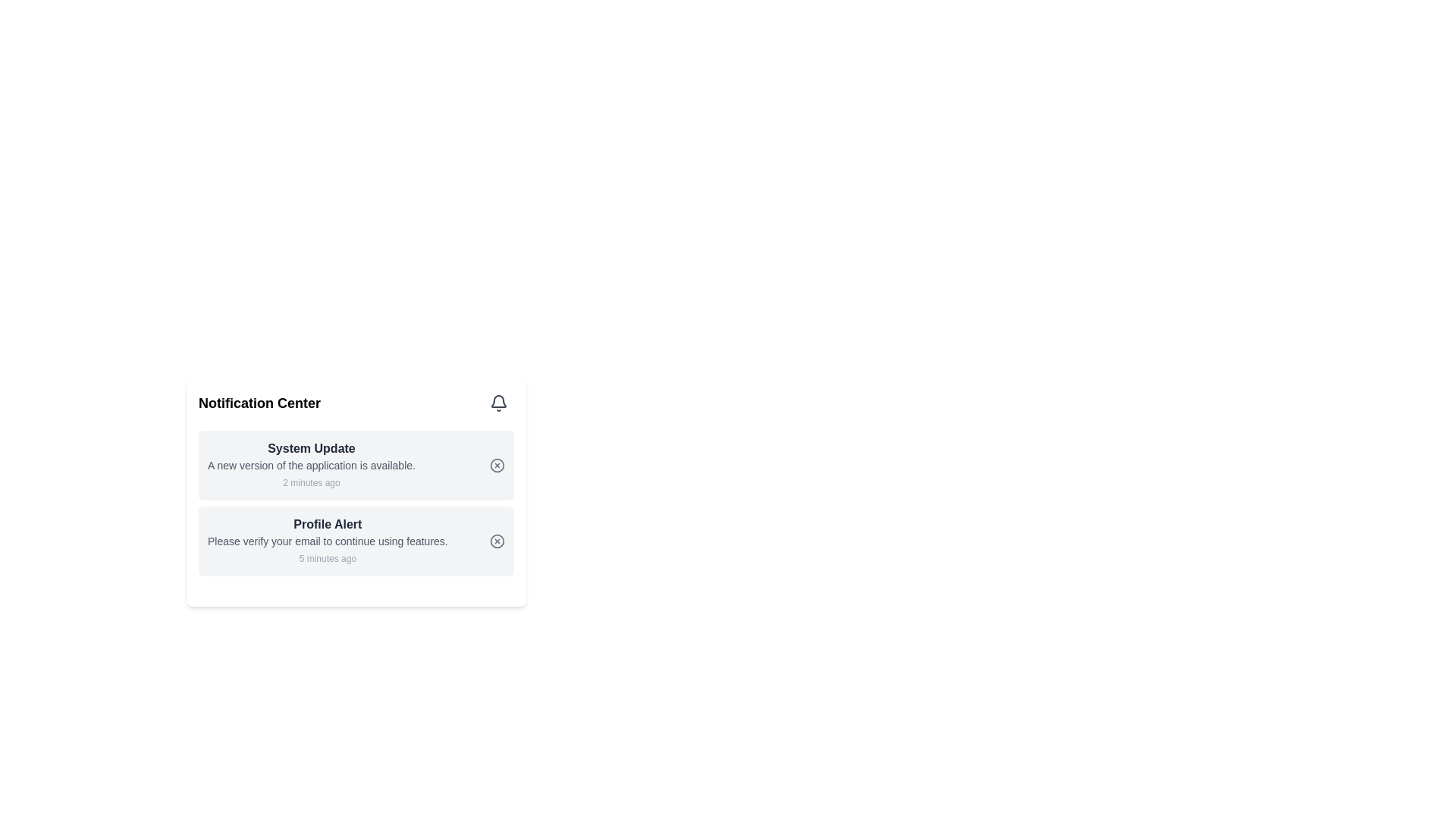 The image size is (1456, 819). I want to click on the bell icon located at the center-top of the 'Notification Center', so click(498, 403).